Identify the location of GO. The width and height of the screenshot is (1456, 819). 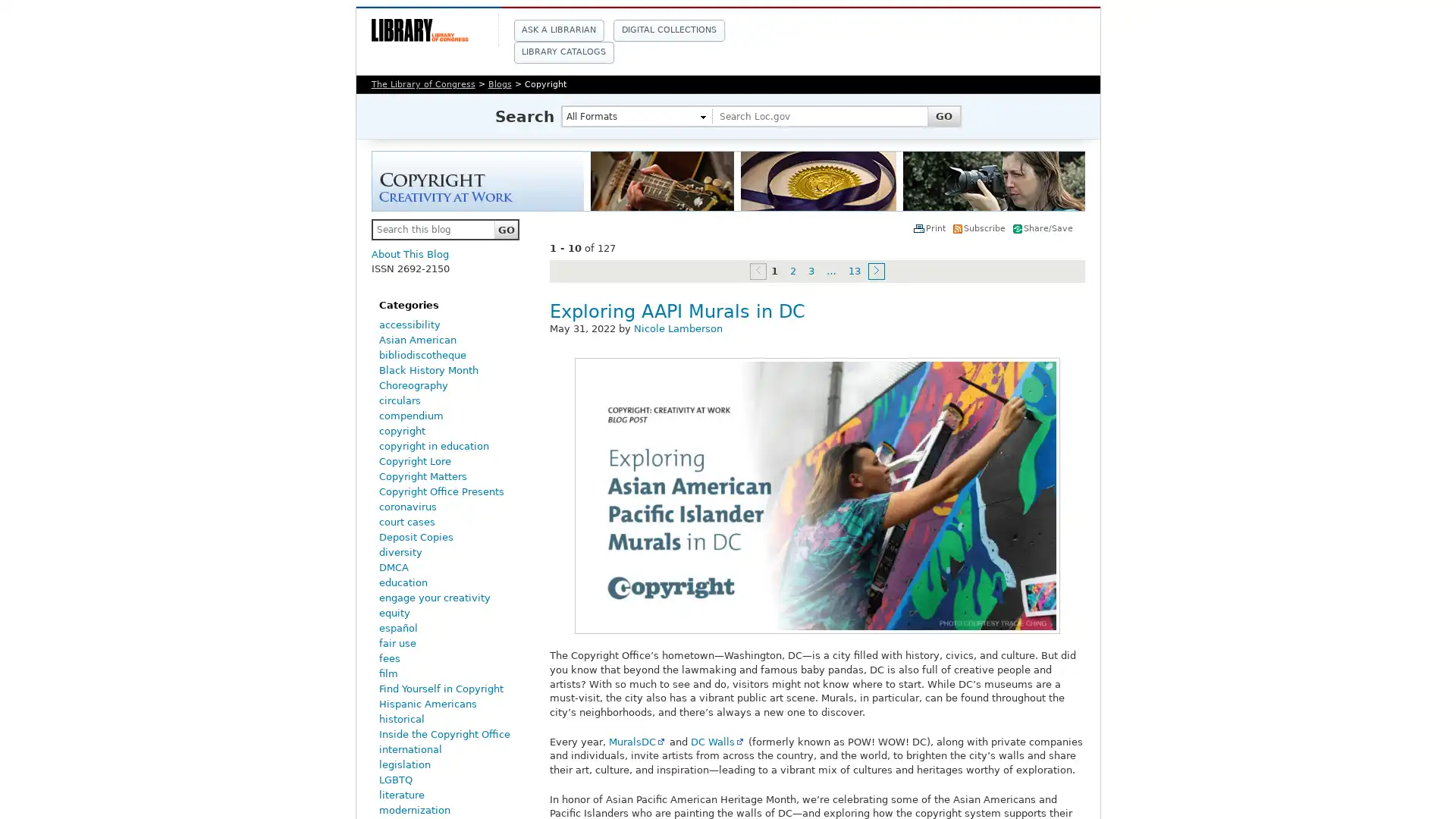
(942, 115).